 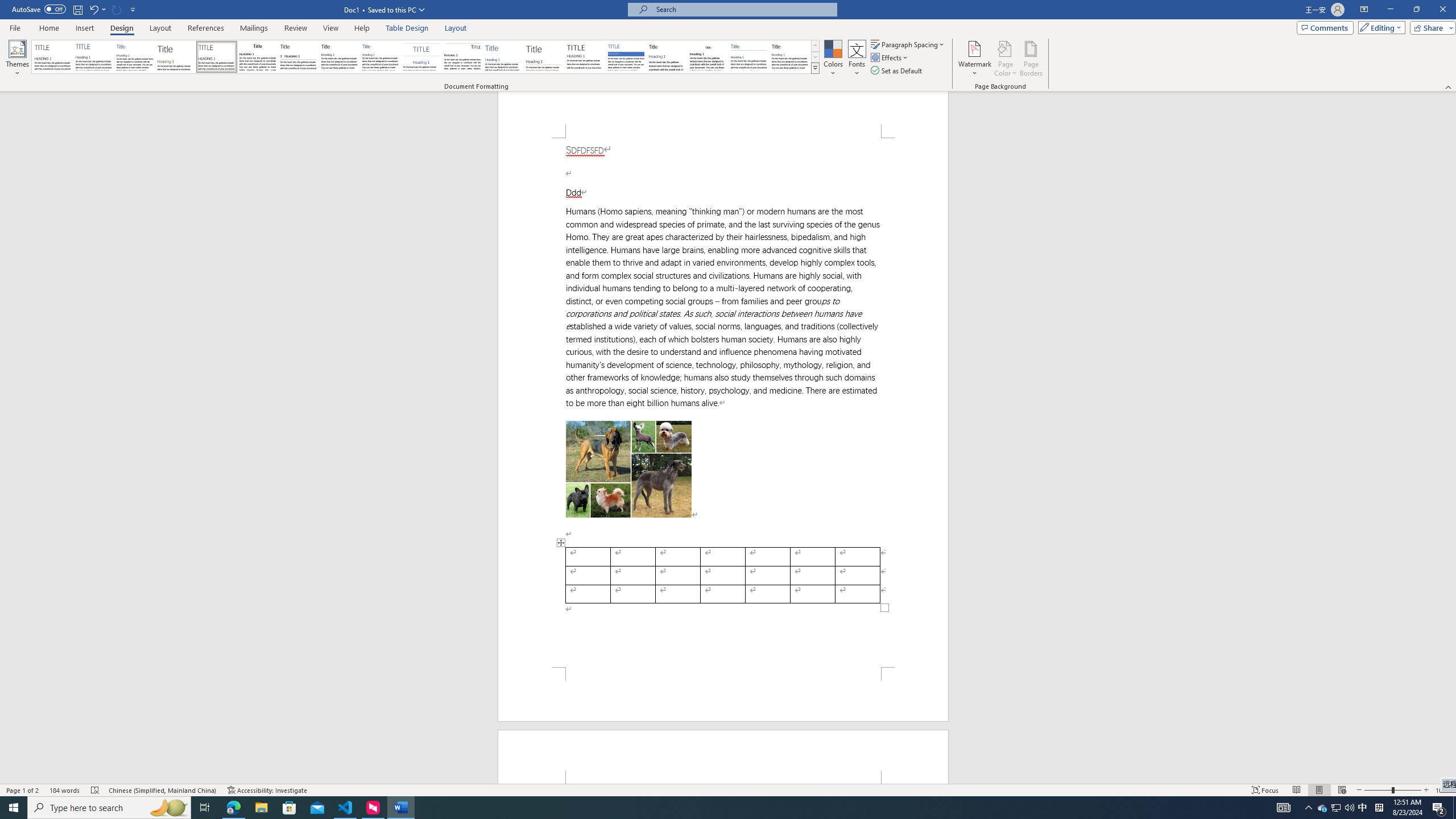 I want to click on 'Set as Default', so click(x=897, y=69).